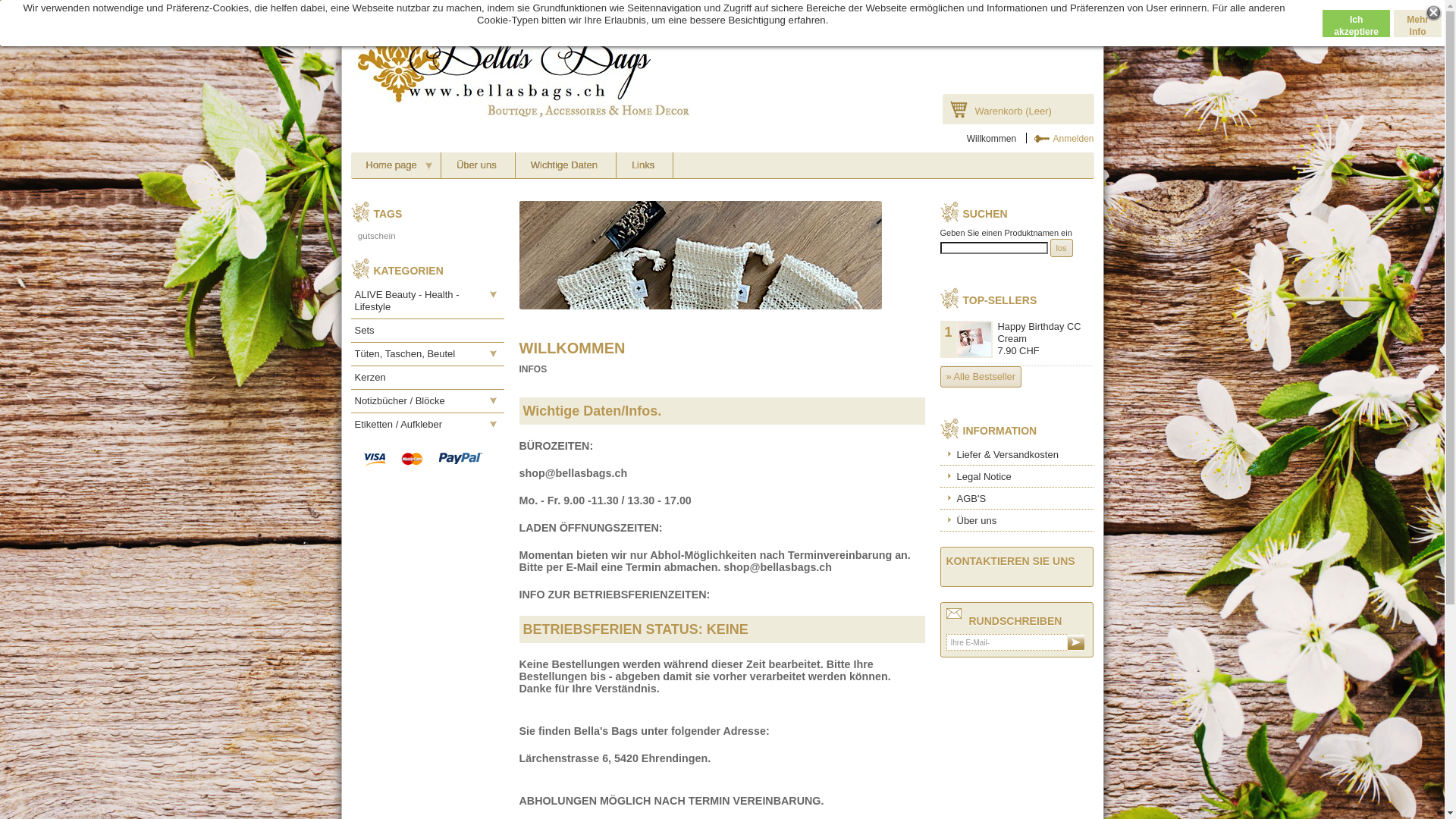 The image size is (1456, 819). Describe the element at coordinates (1044, 338) in the screenshot. I see `'Happy Birthday CC Cream` at that location.